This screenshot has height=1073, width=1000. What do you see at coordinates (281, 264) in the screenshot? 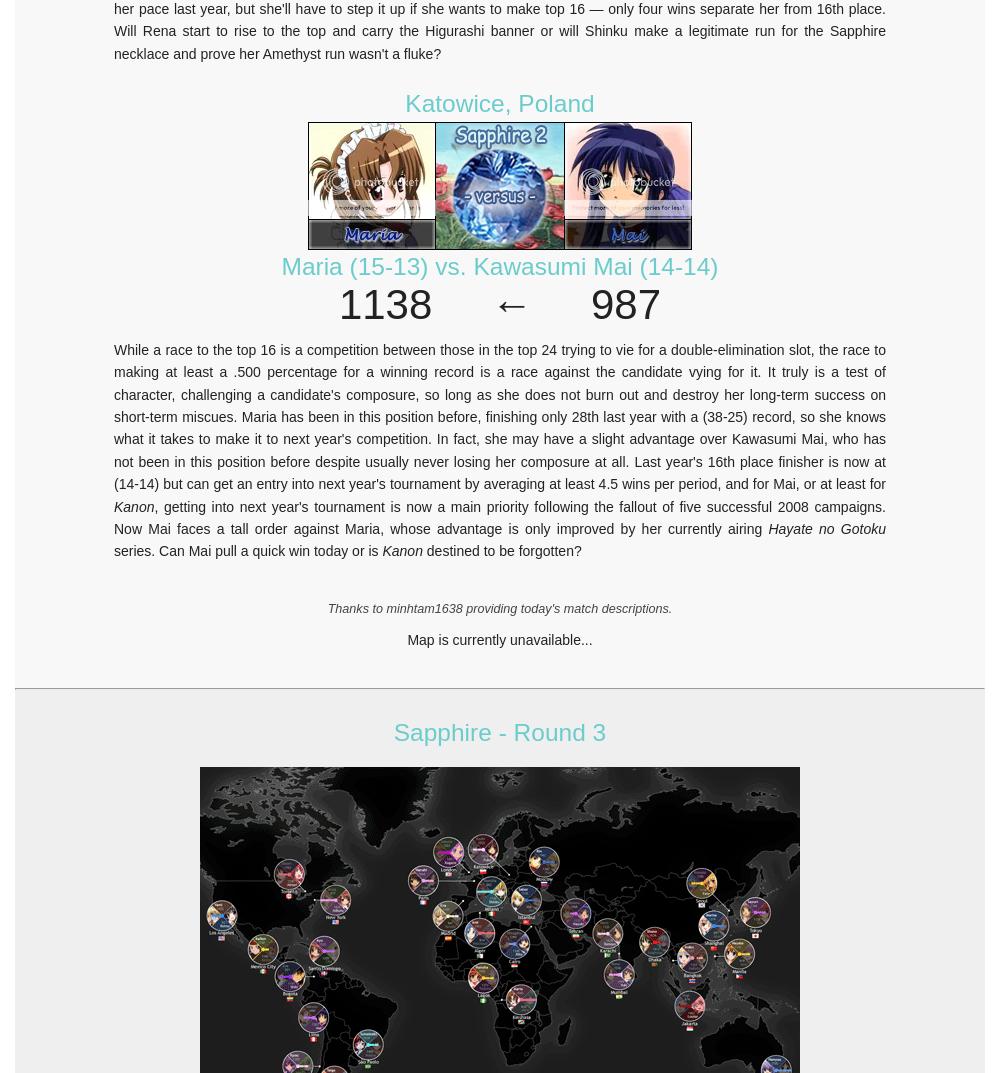
I see `'Maria (15-13) vs. Kawasumi Mai (14-14)'` at bounding box center [281, 264].